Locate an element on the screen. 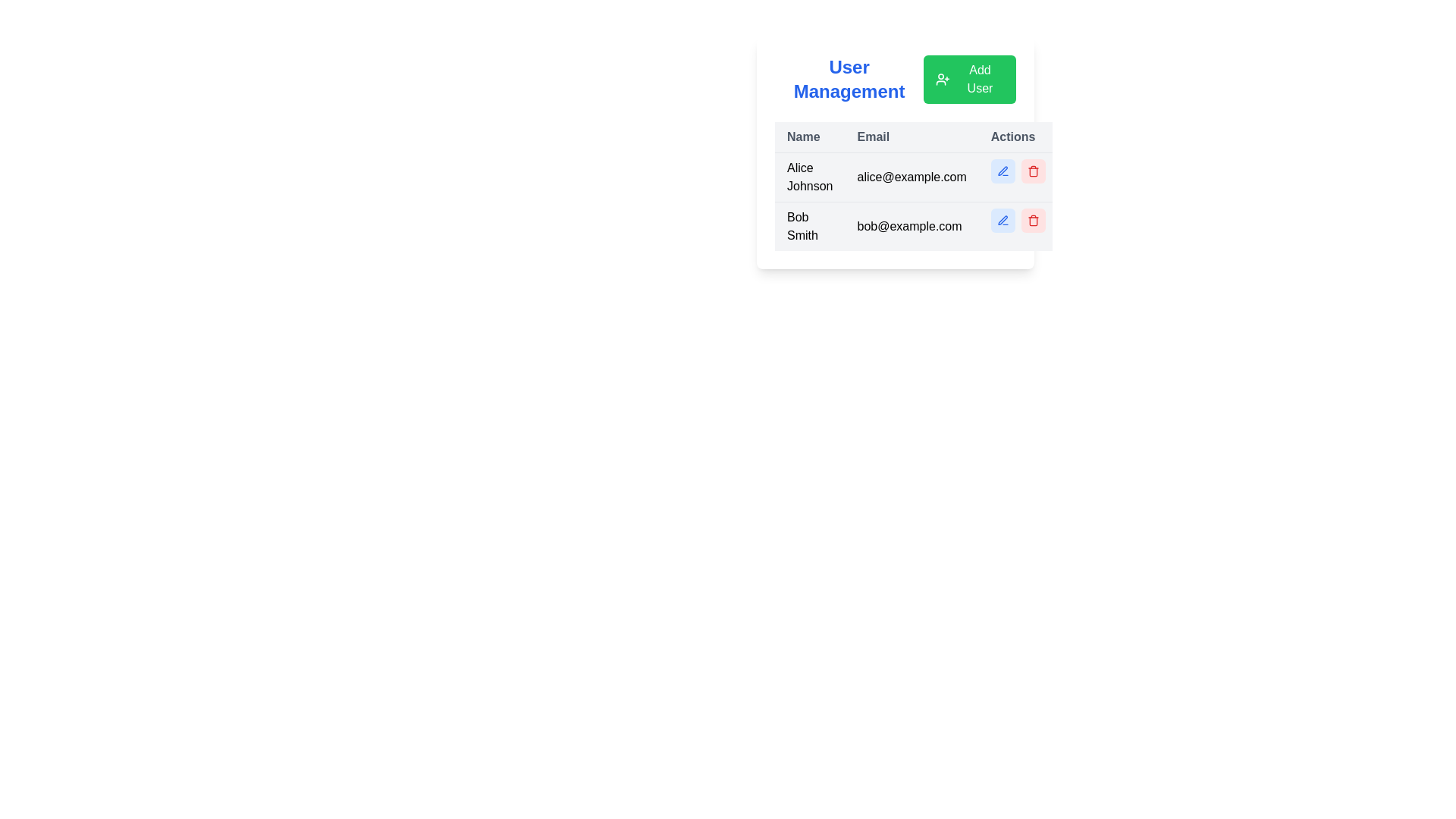  the table in the User Management component, which includes headers 'Name', 'Email', and 'Actions', located centrally within the user management system interface is located at coordinates (895, 152).